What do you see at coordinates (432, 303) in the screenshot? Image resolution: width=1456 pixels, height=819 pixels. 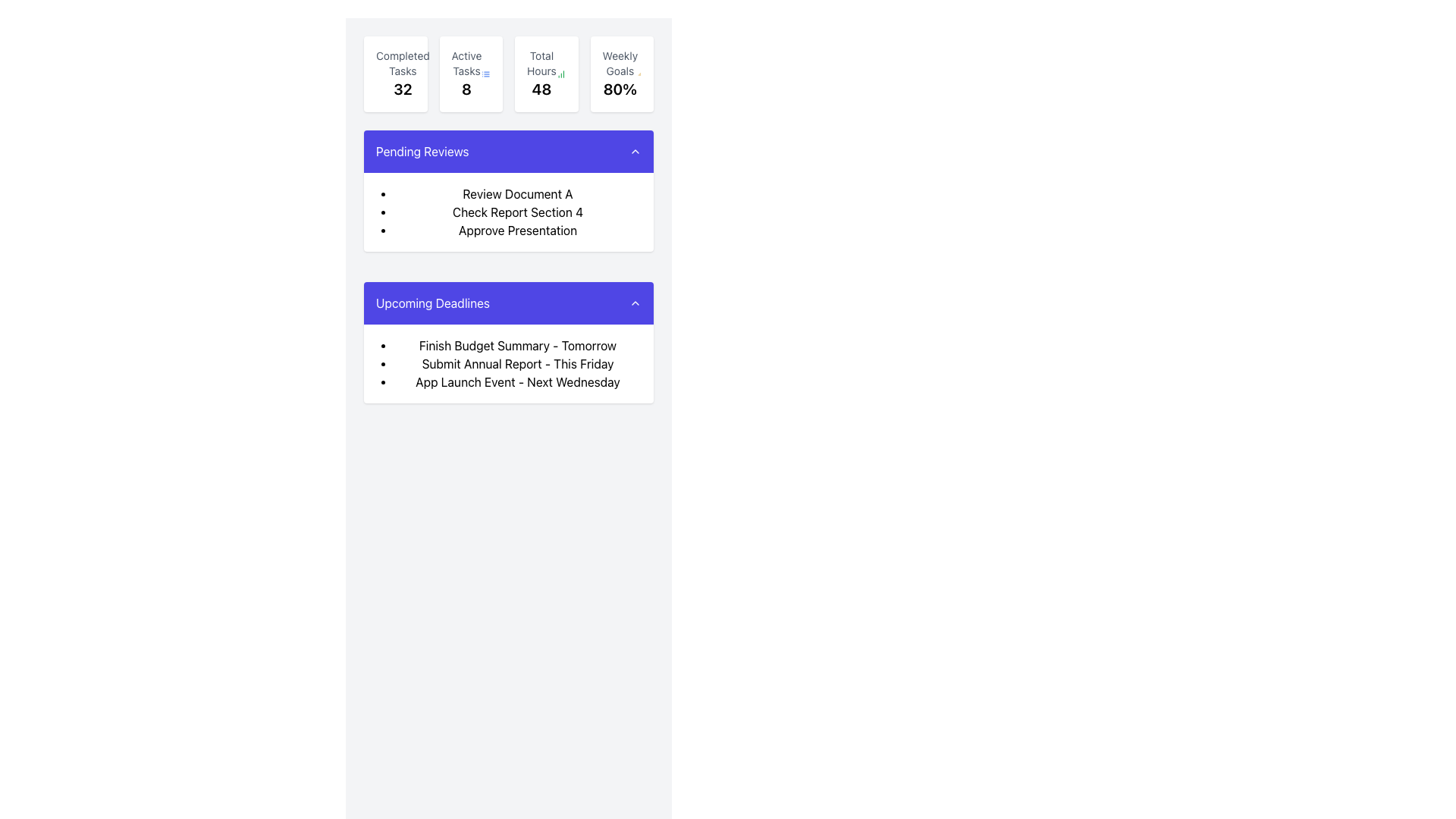 I see `the 'Upcoming Deadlines' text label, which is styled with white font on a blue background and located in the lower half of the user interface within a blue rectangular header bar` at bounding box center [432, 303].